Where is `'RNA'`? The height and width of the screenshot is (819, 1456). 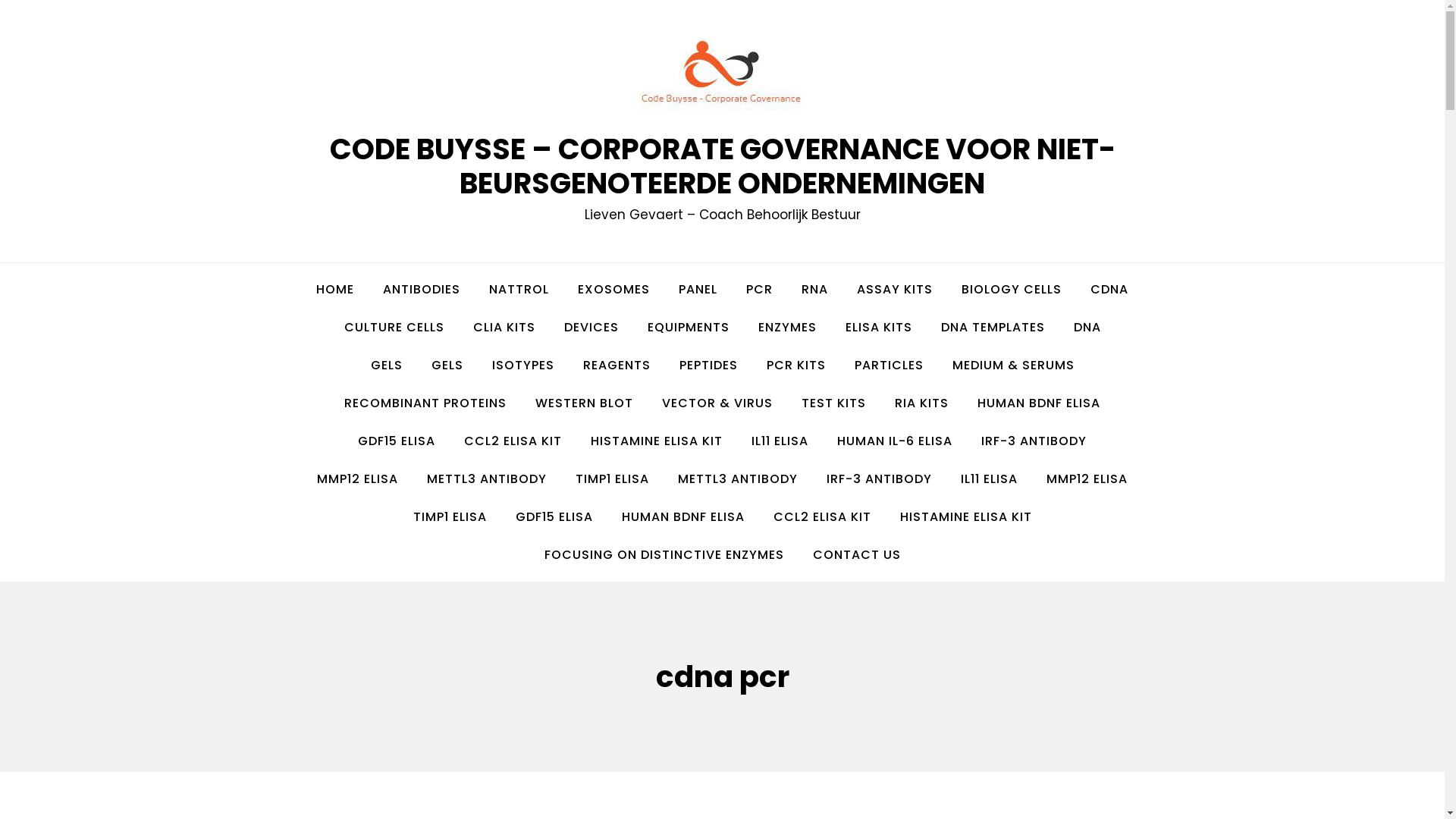 'RNA' is located at coordinates (814, 289).